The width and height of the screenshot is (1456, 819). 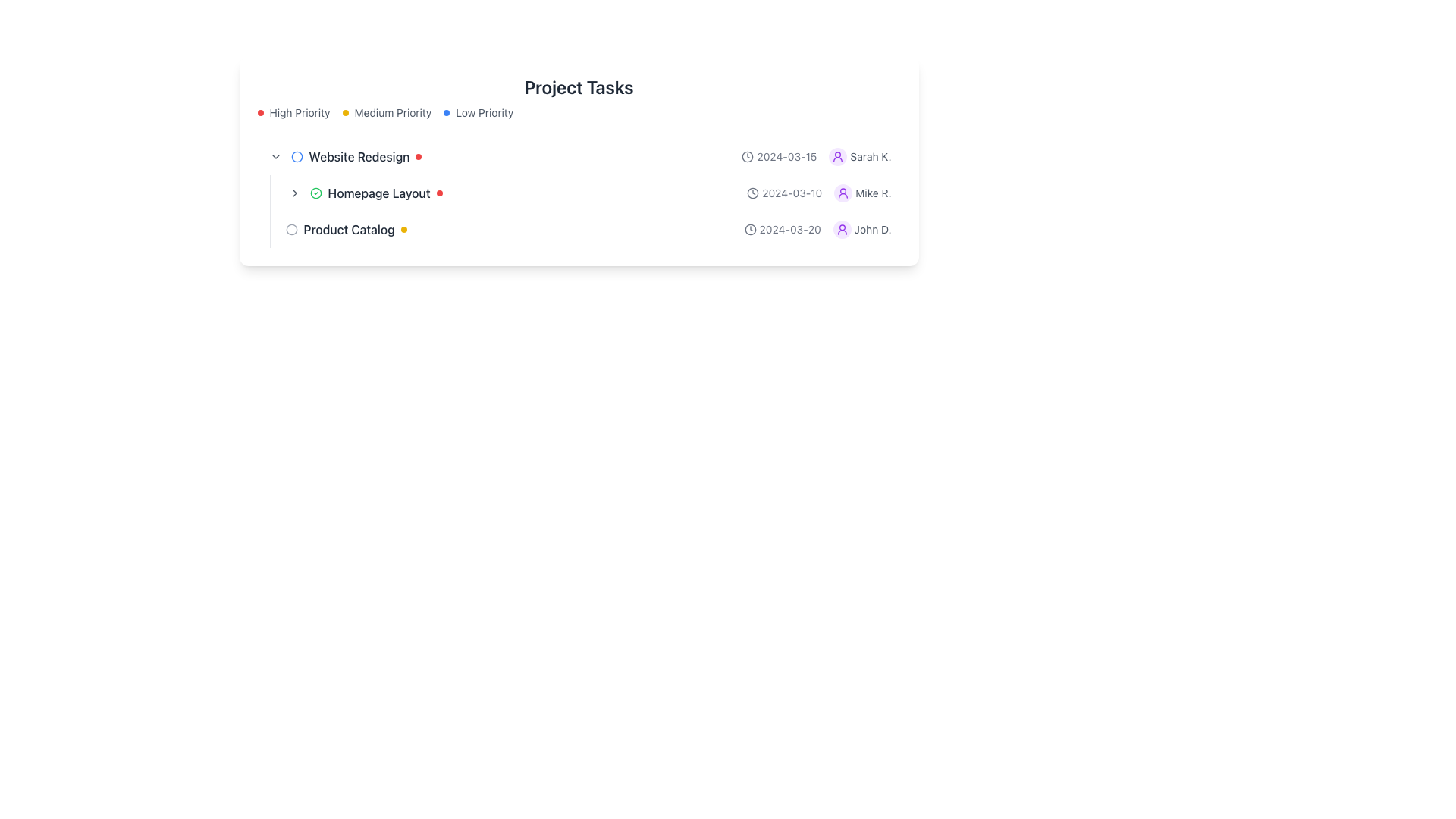 I want to click on the third row task item, so click(x=588, y=230).